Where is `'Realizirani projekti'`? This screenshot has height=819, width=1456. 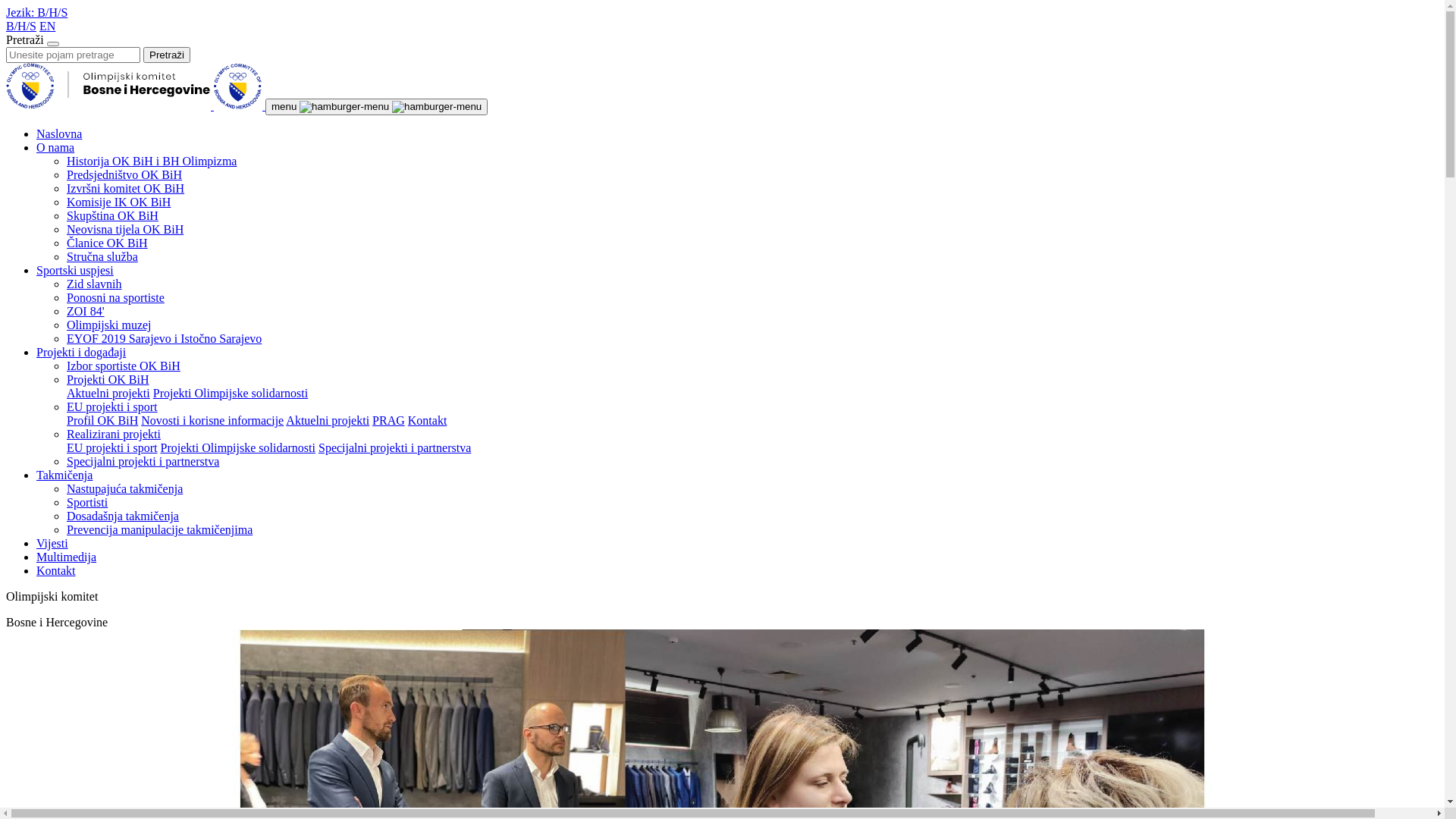
'Realizirani projekti' is located at coordinates (112, 434).